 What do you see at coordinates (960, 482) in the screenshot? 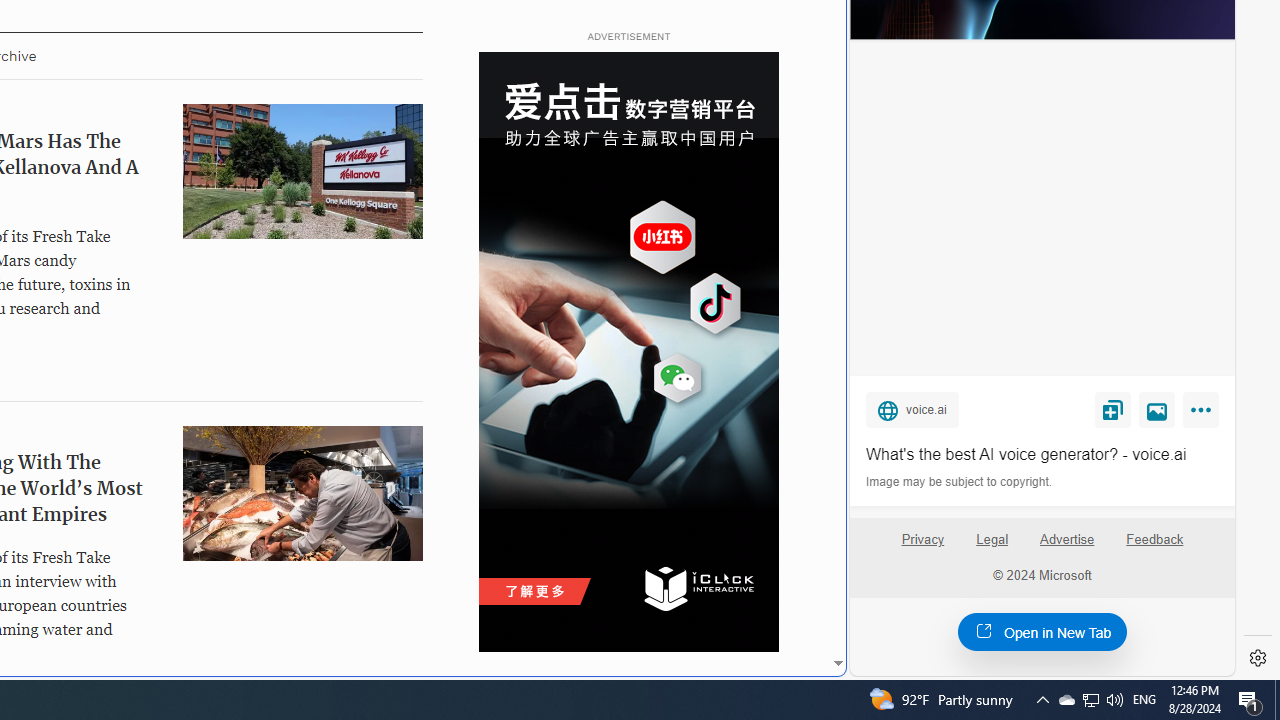
I see `'Image may be subject to copyright.'` at bounding box center [960, 482].